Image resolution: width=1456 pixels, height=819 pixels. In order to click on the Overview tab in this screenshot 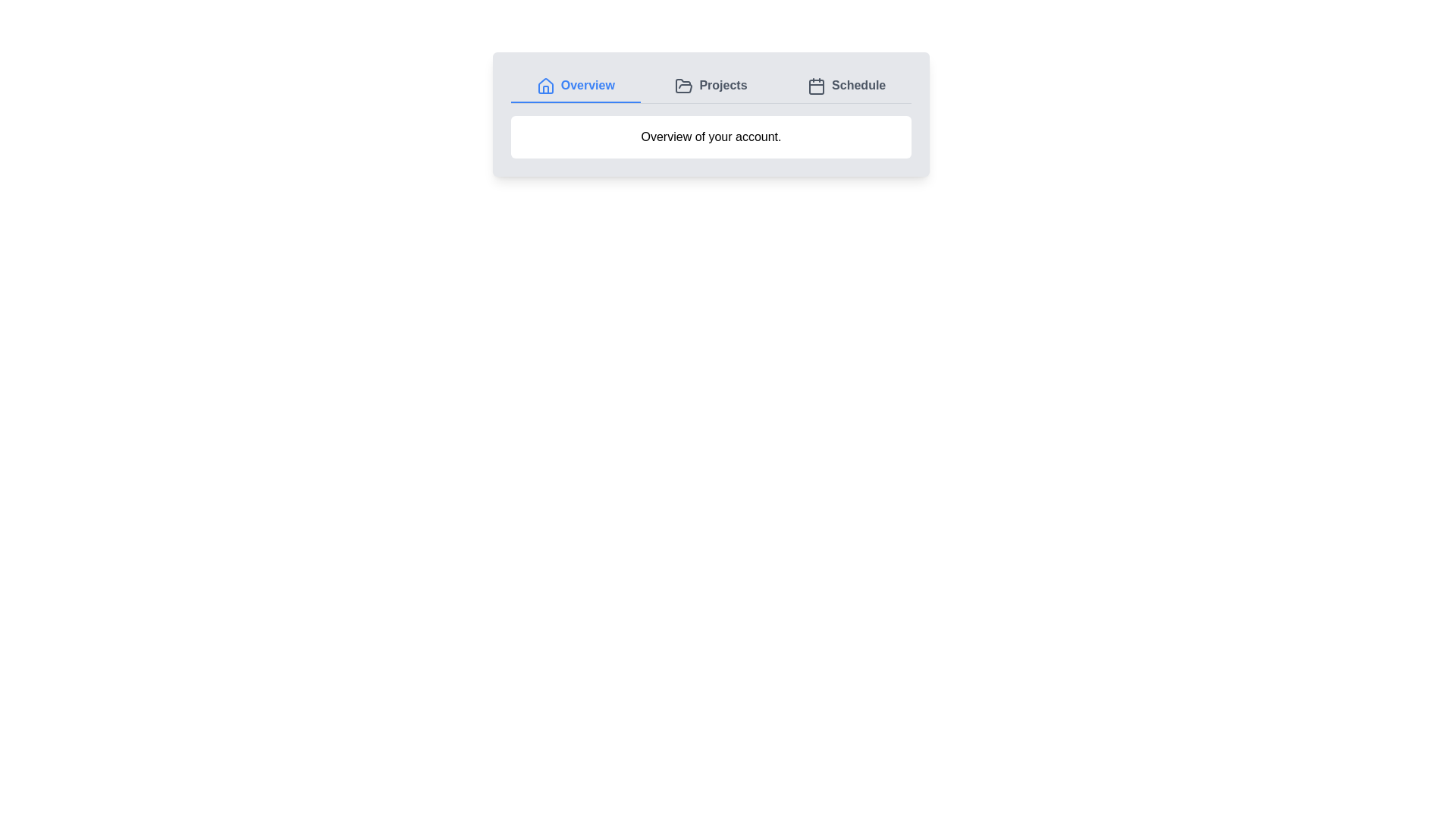, I will do `click(575, 86)`.